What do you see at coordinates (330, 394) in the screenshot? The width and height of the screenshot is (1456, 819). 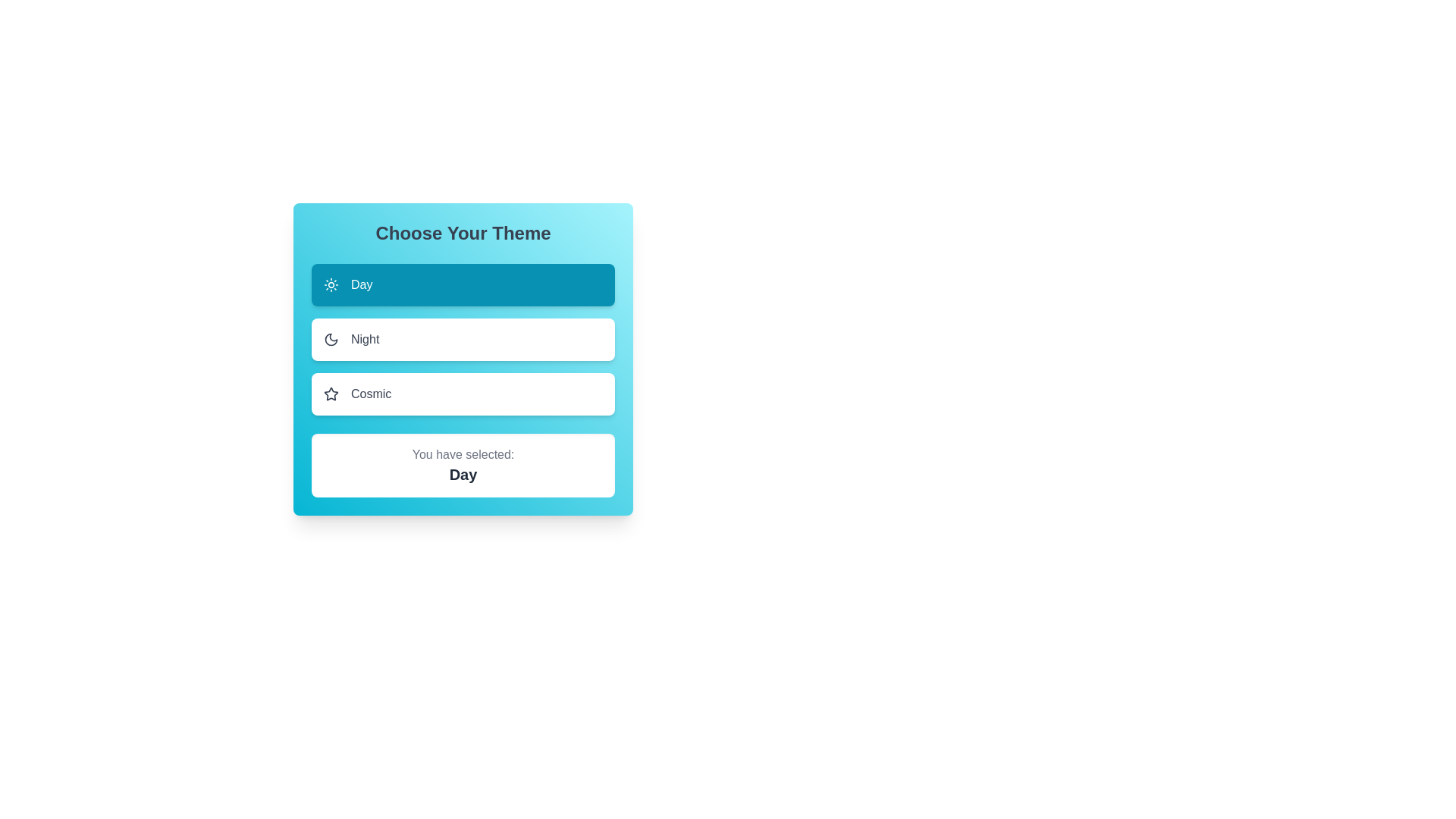 I see `the outlined star-shaped icon styled with a dark border, which is the leftmost icon within the 'Cosmic' option button, positioned to the far left of the text 'Cosmic'` at bounding box center [330, 394].